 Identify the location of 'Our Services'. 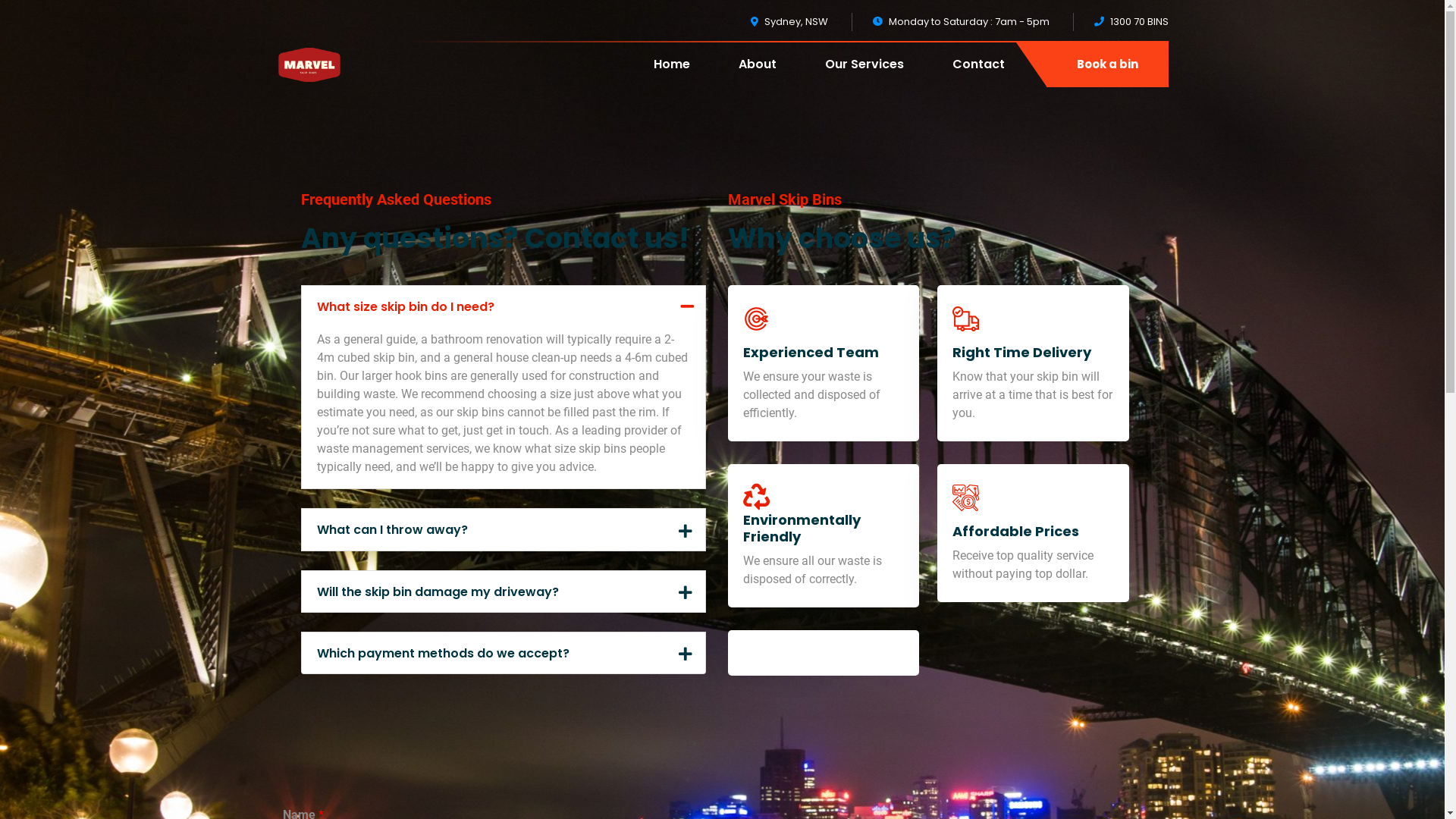
(864, 75).